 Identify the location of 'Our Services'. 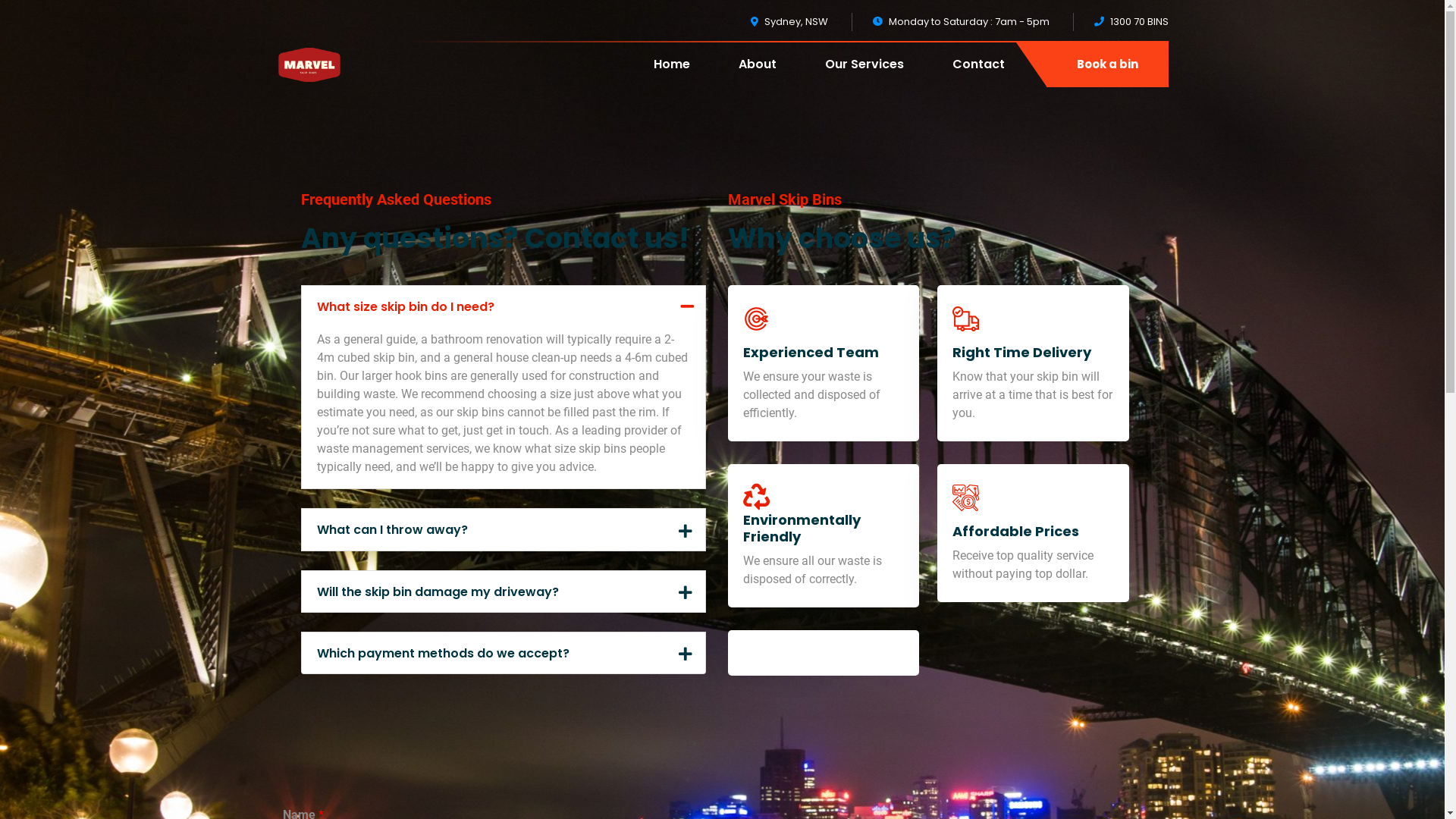
(864, 75).